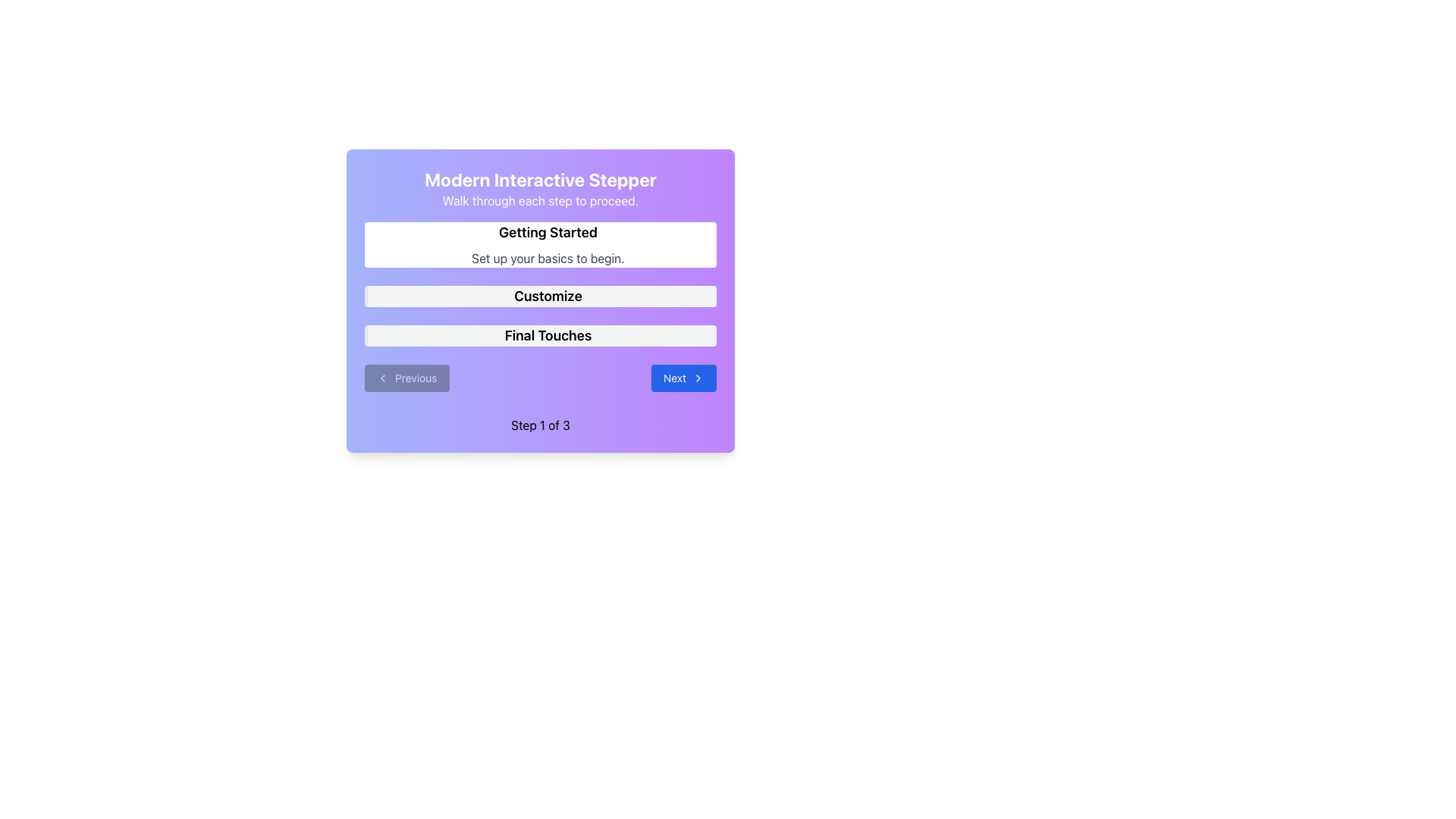 This screenshot has width=1456, height=819. I want to click on the 'Next' button located at the bottom-right corner of the interface, so click(683, 377).